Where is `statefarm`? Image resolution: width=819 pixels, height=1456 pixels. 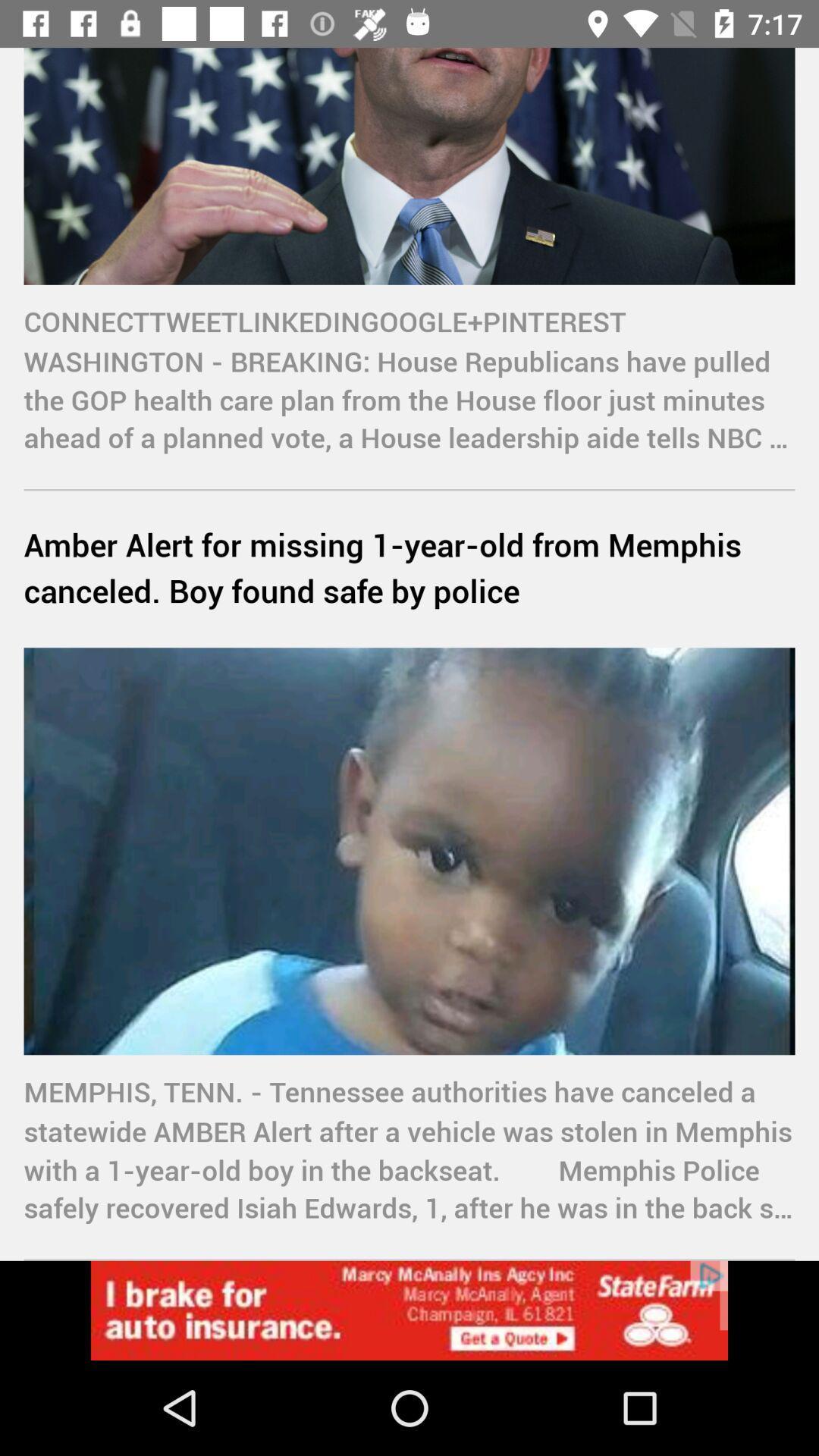
statefarm is located at coordinates (409, 1310).